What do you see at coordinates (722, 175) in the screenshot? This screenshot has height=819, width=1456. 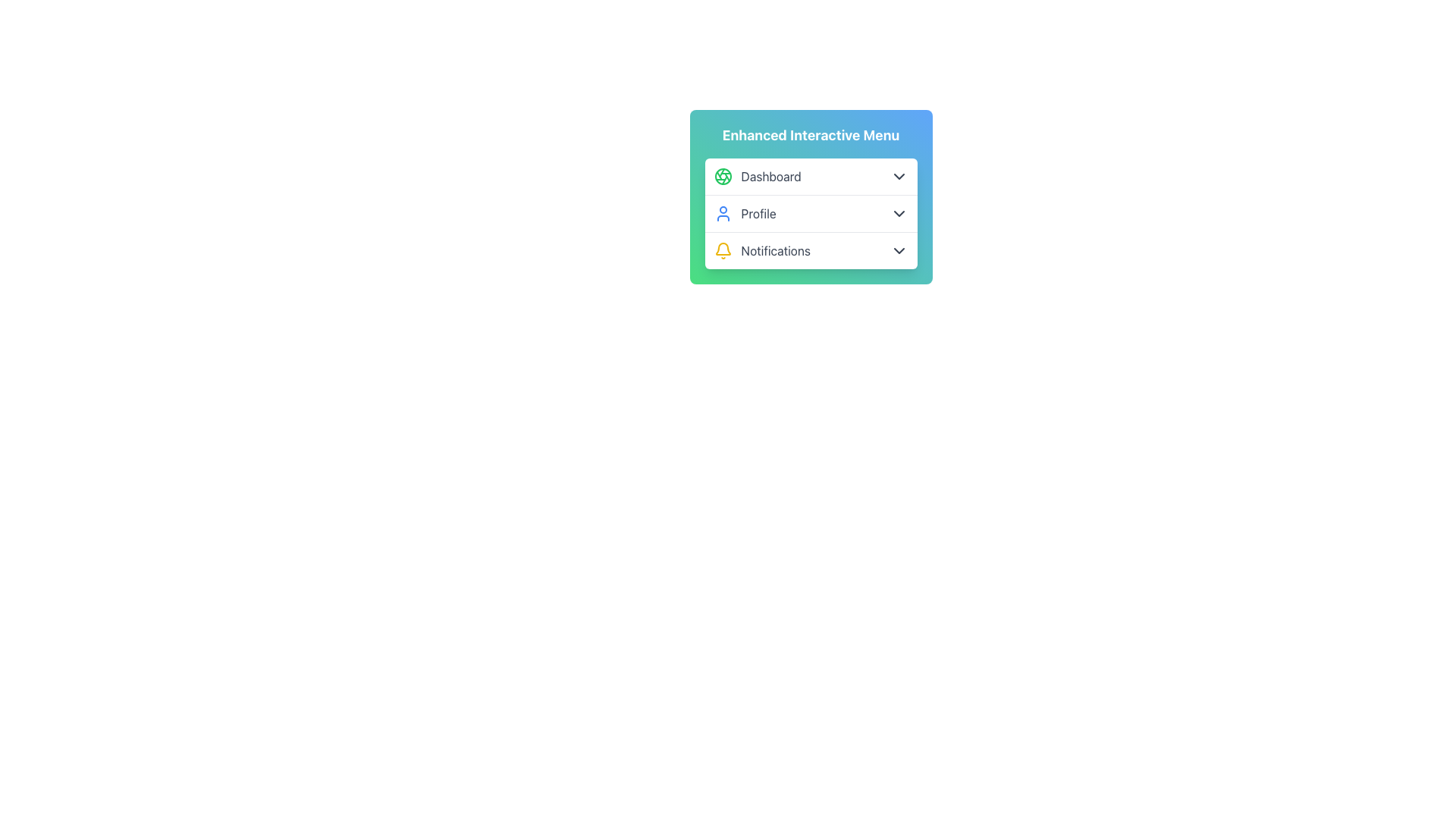 I see `the circular part of the SVG icon representing an aperture, located at the top-center region` at bounding box center [722, 175].